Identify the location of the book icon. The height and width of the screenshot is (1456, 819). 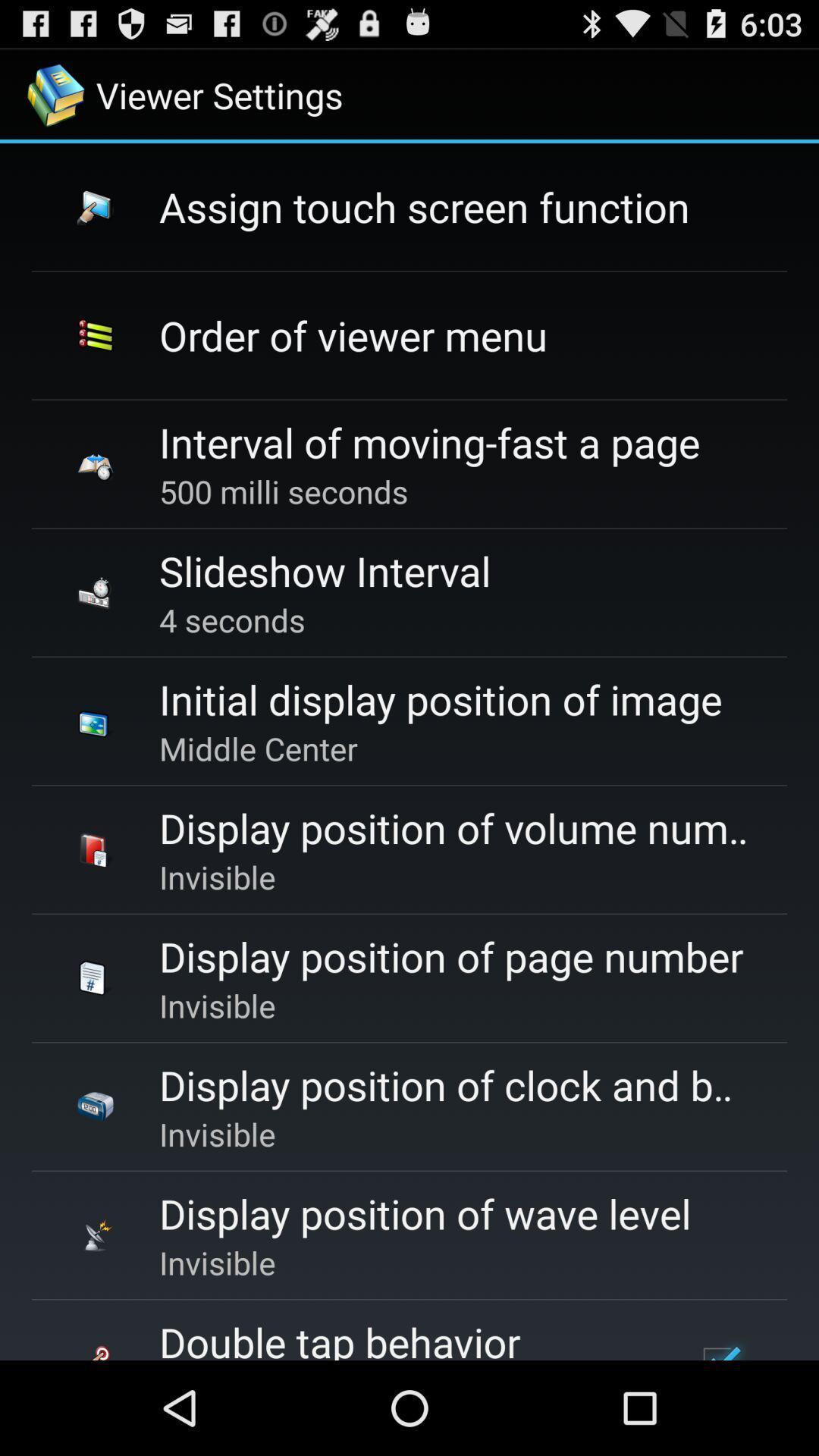
(96, 850).